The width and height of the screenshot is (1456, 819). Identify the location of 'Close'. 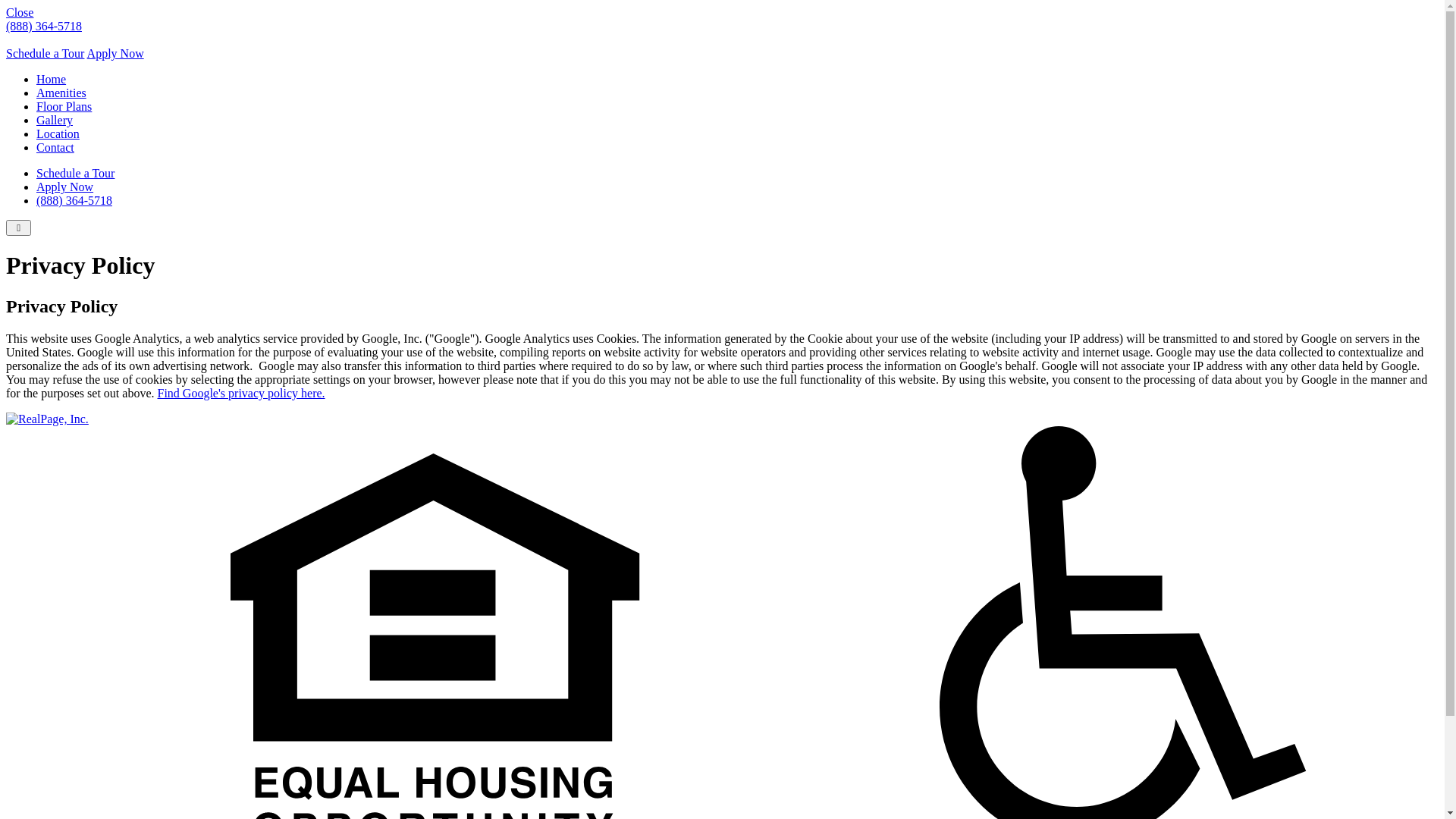
(19, 12).